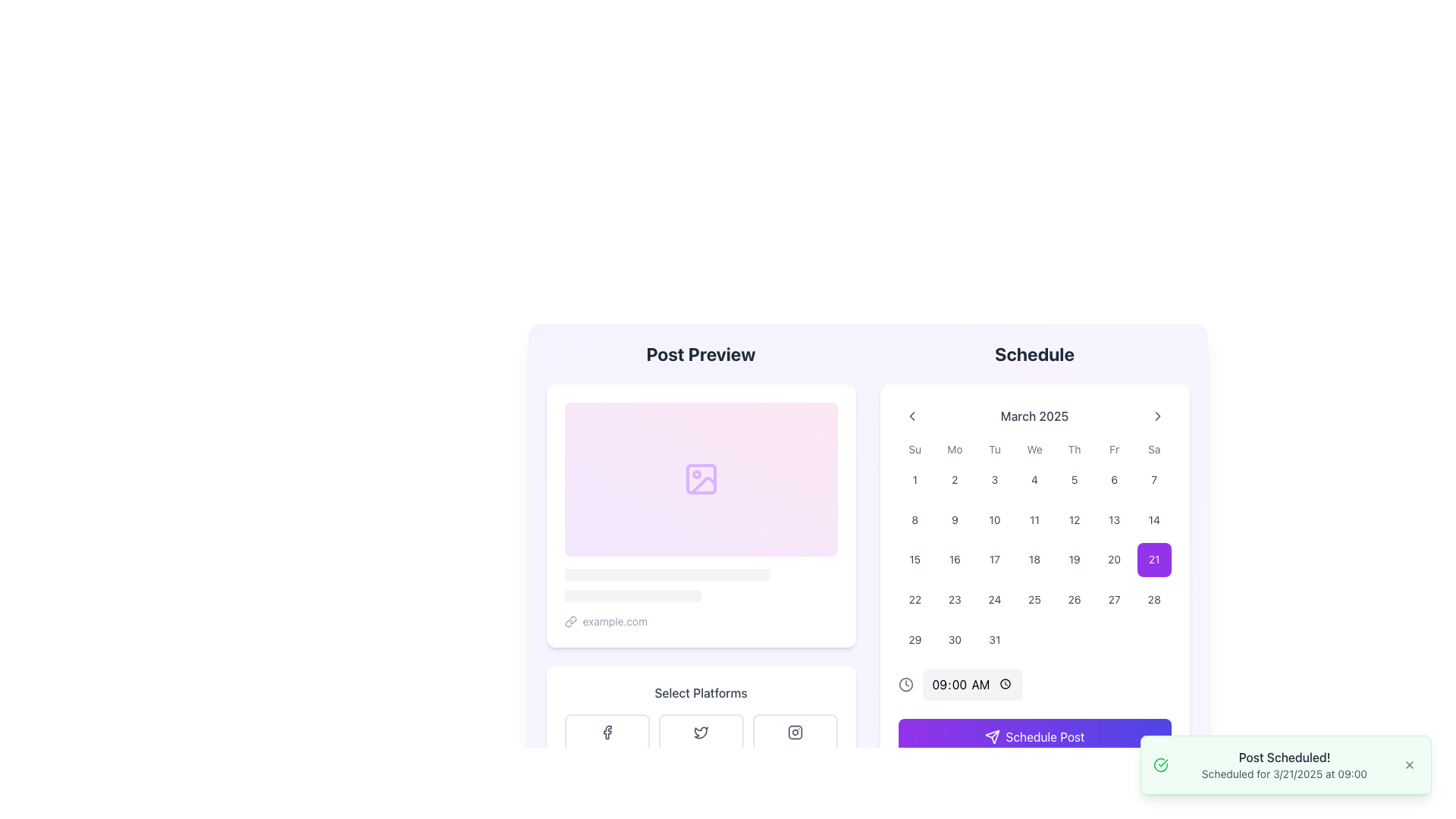  Describe the element at coordinates (1153, 449) in the screenshot. I see `the small text label displaying 'Sa' in gray color, which is the seventh item in the grid header representing Saturday` at that location.